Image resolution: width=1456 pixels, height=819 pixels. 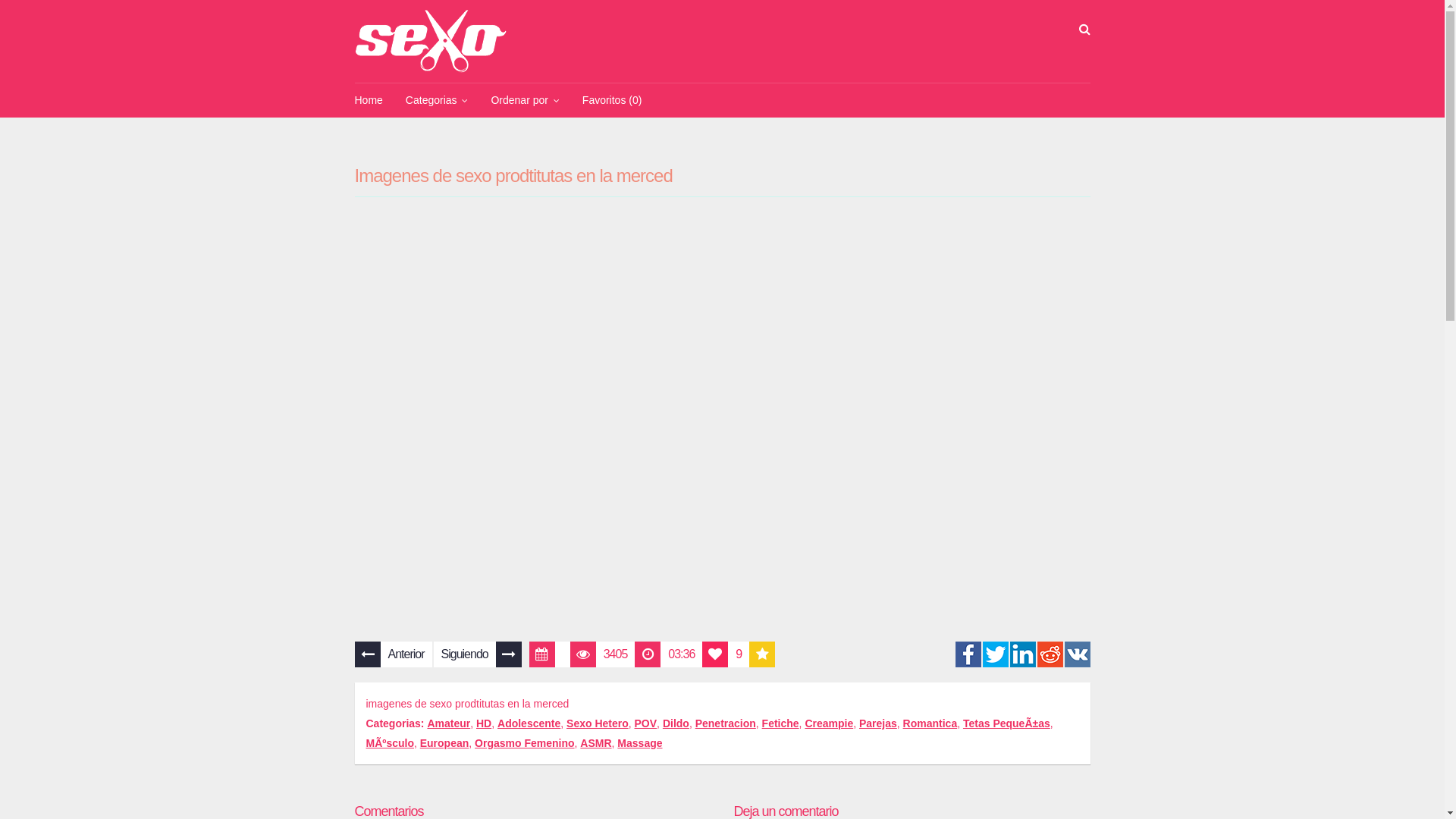 What do you see at coordinates (724, 722) in the screenshot?
I see `'Penetracion'` at bounding box center [724, 722].